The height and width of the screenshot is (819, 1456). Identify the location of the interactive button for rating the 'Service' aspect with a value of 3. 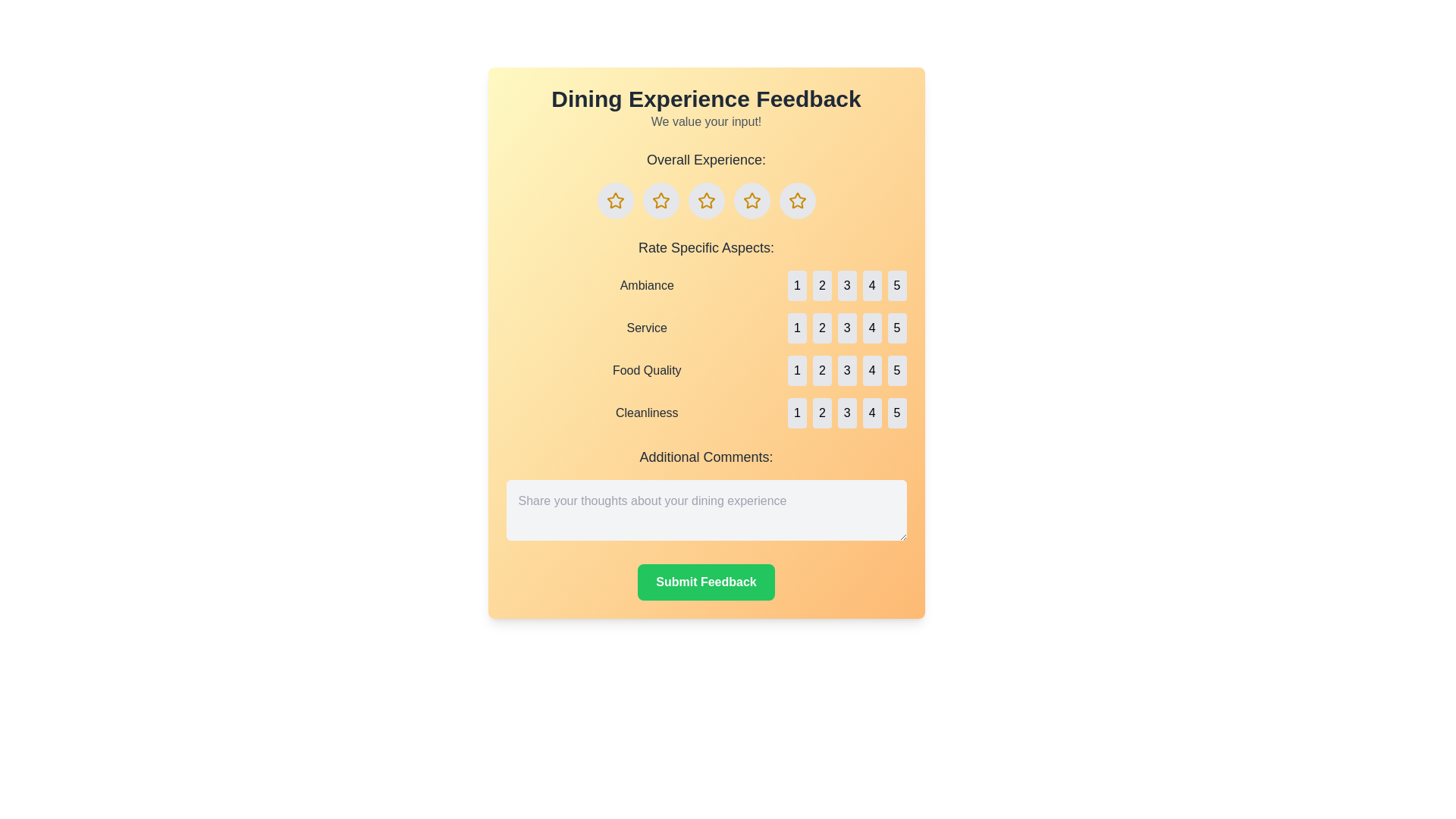
(846, 327).